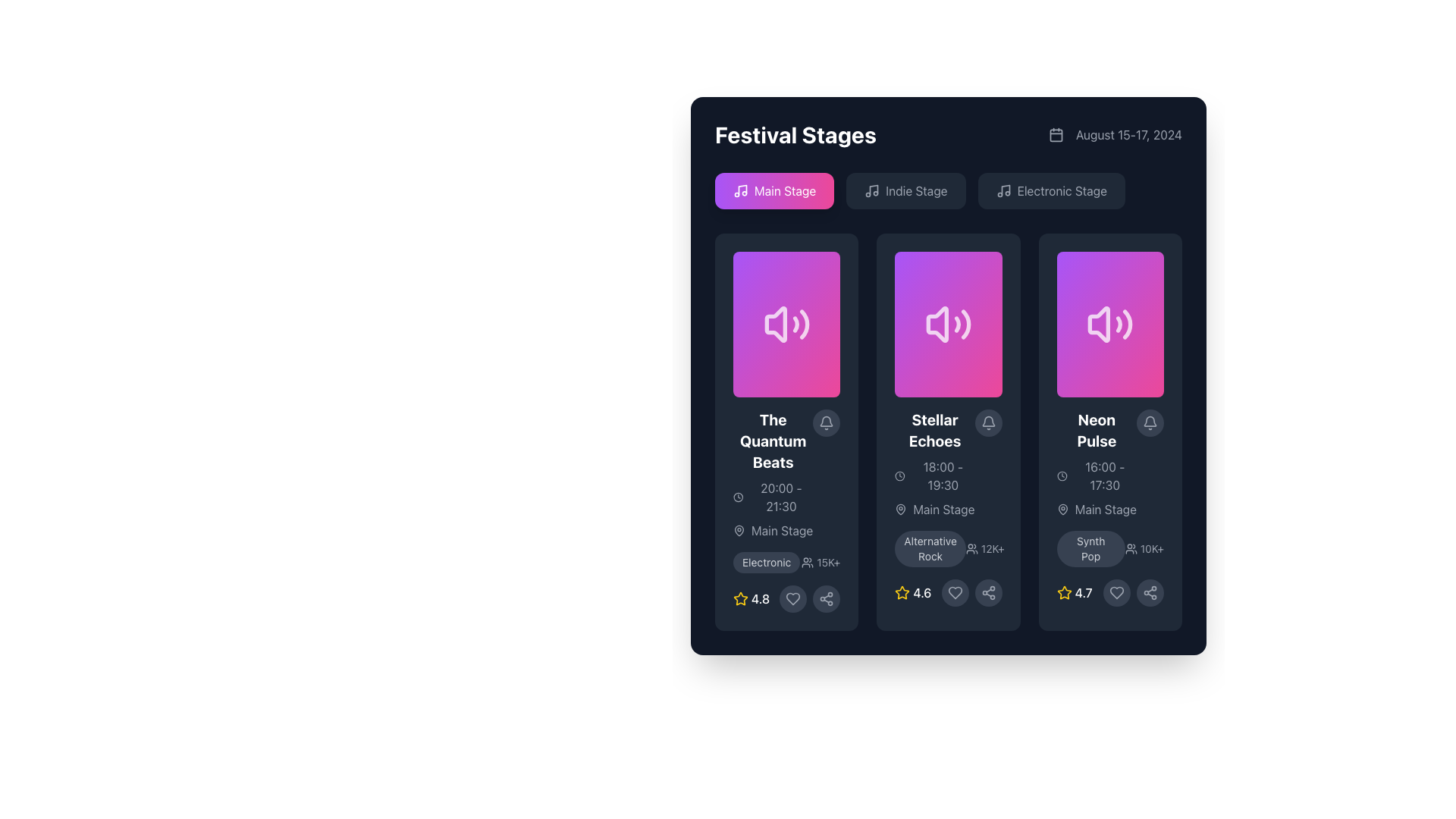  I want to click on the heart icon button located at the bottom section of the 'Stellar Echoes' card to mark the item as a favorite, so click(954, 592).